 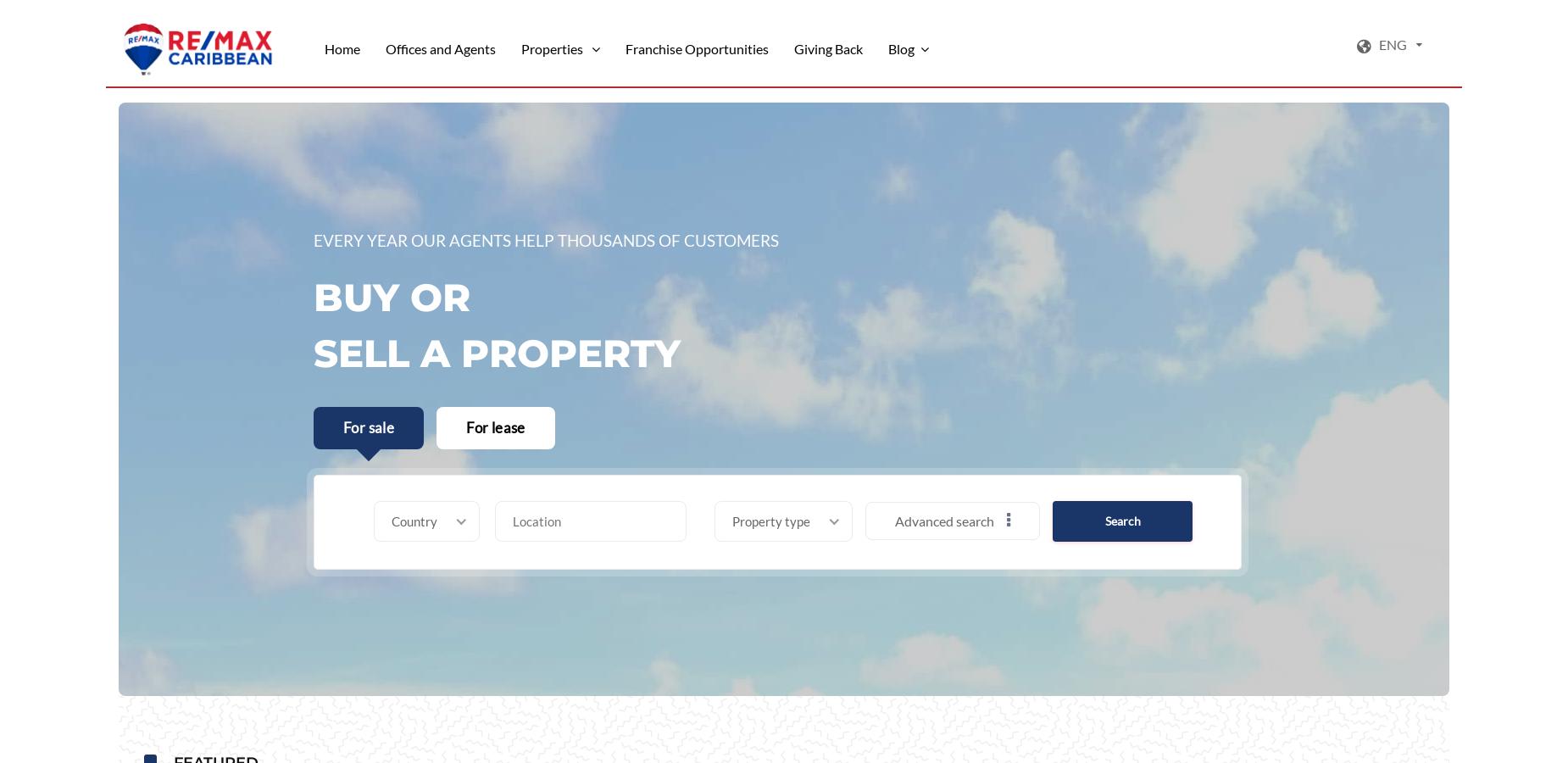 I want to click on 'Commercial building', so click(x=746, y=649).